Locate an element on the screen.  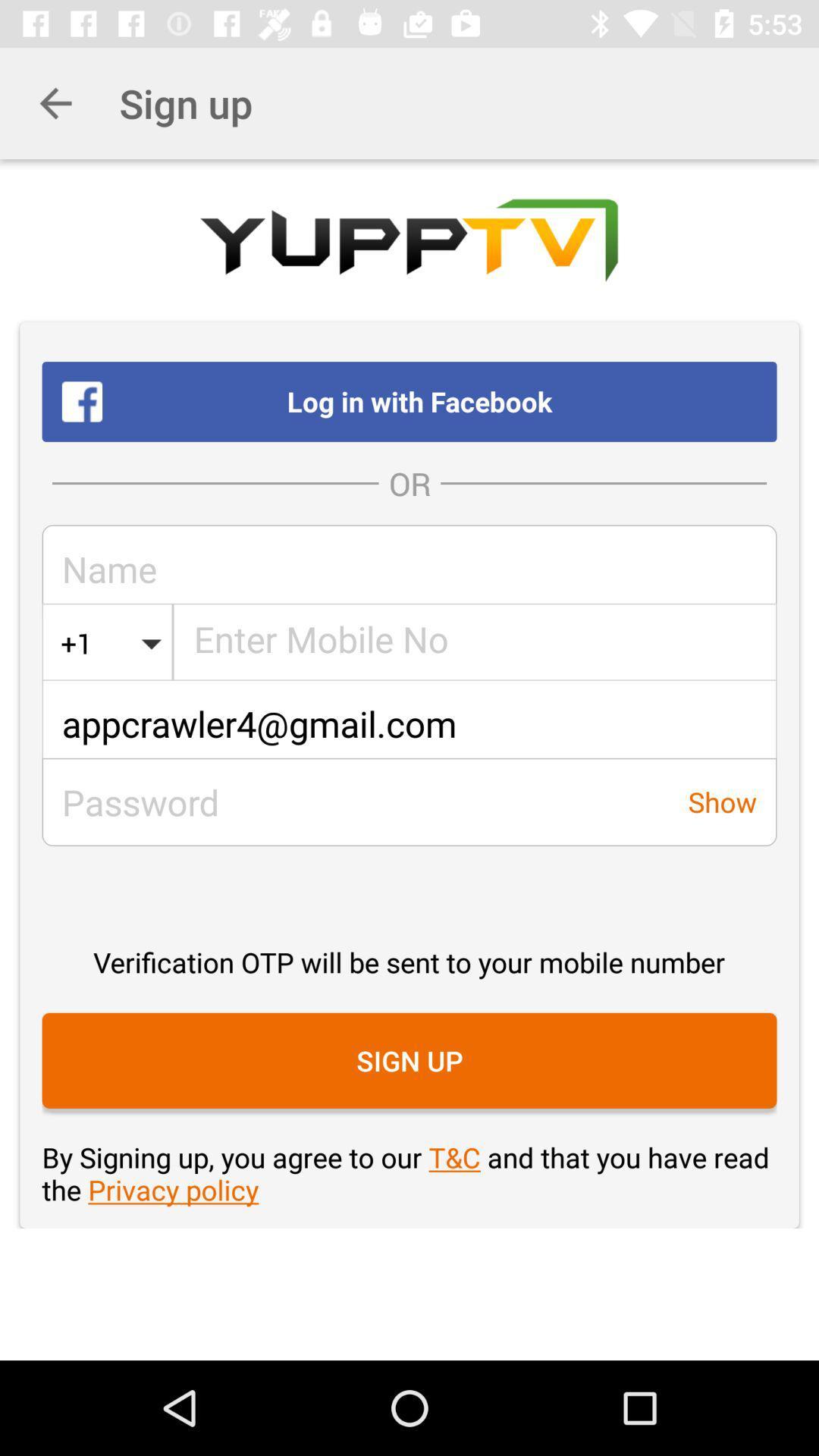
the app next to the sign up icon is located at coordinates (55, 102).